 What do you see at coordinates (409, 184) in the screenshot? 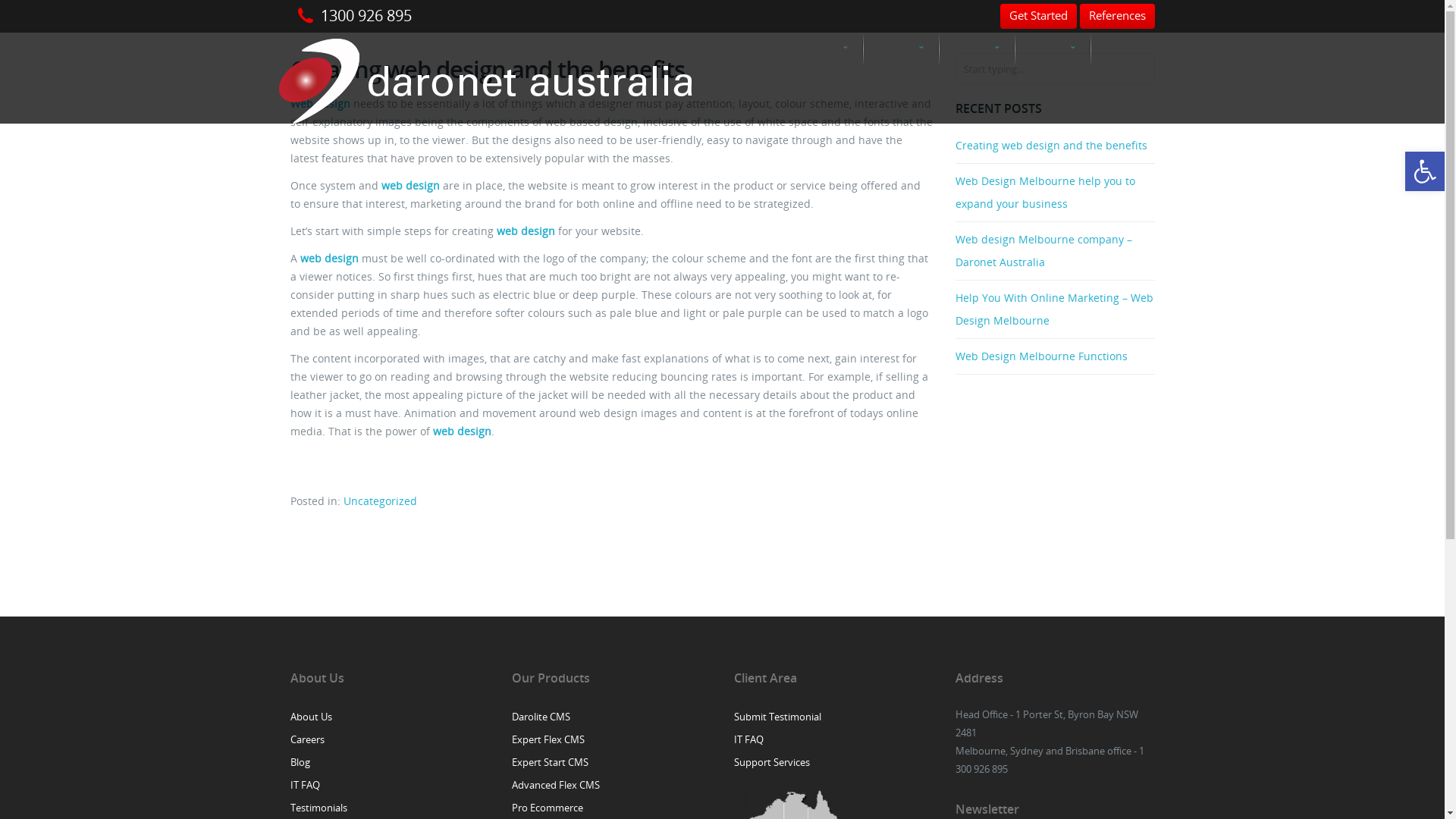
I see `'web design'` at bounding box center [409, 184].